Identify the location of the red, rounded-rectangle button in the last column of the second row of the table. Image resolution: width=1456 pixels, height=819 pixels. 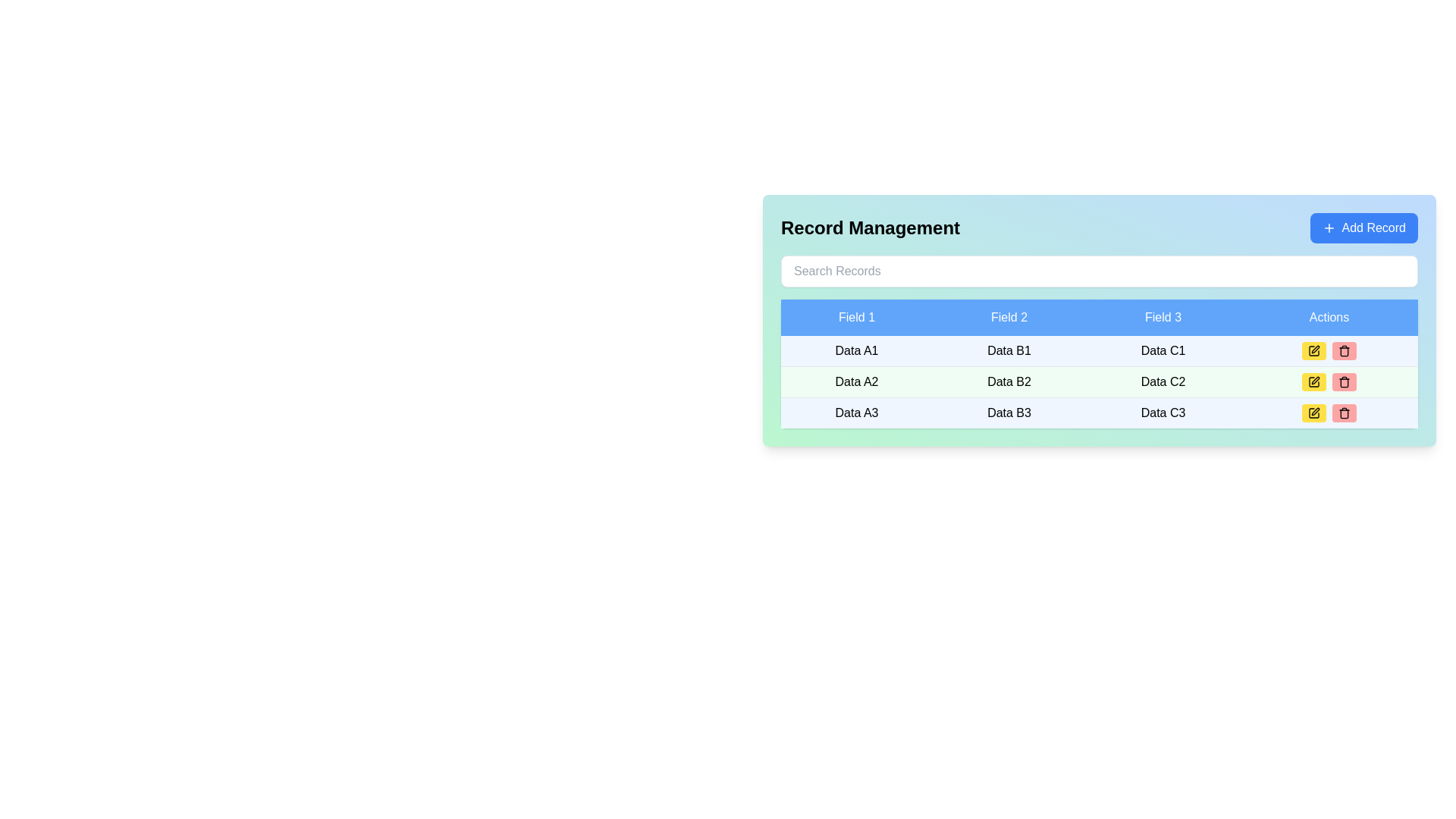
(1344, 413).